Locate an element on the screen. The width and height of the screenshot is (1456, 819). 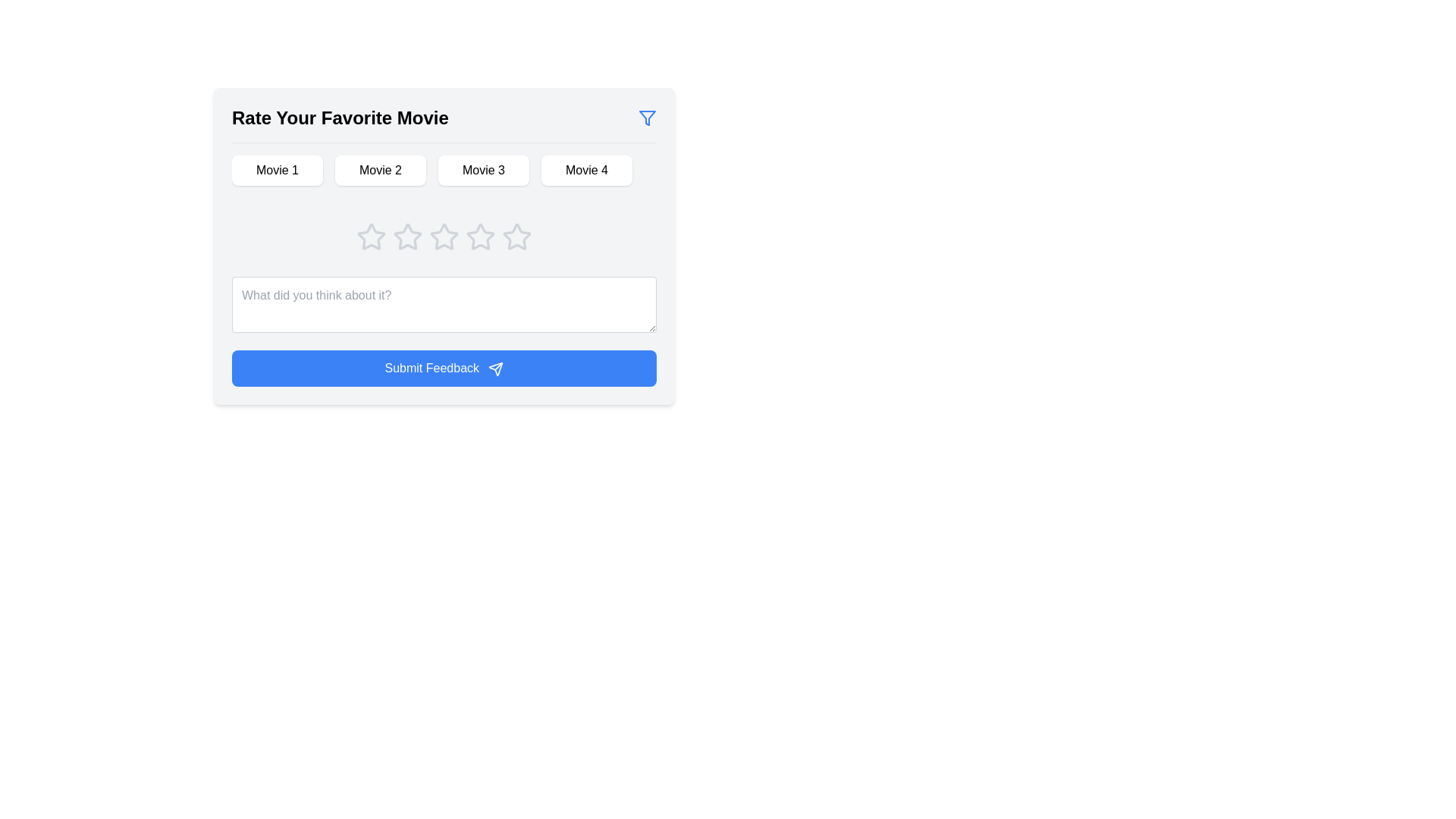
the light blue downward funnel-shaped filter icon located in the top-right corner of the 'Rate Your Favorite Movie' card is located at coordinates (648, 117).